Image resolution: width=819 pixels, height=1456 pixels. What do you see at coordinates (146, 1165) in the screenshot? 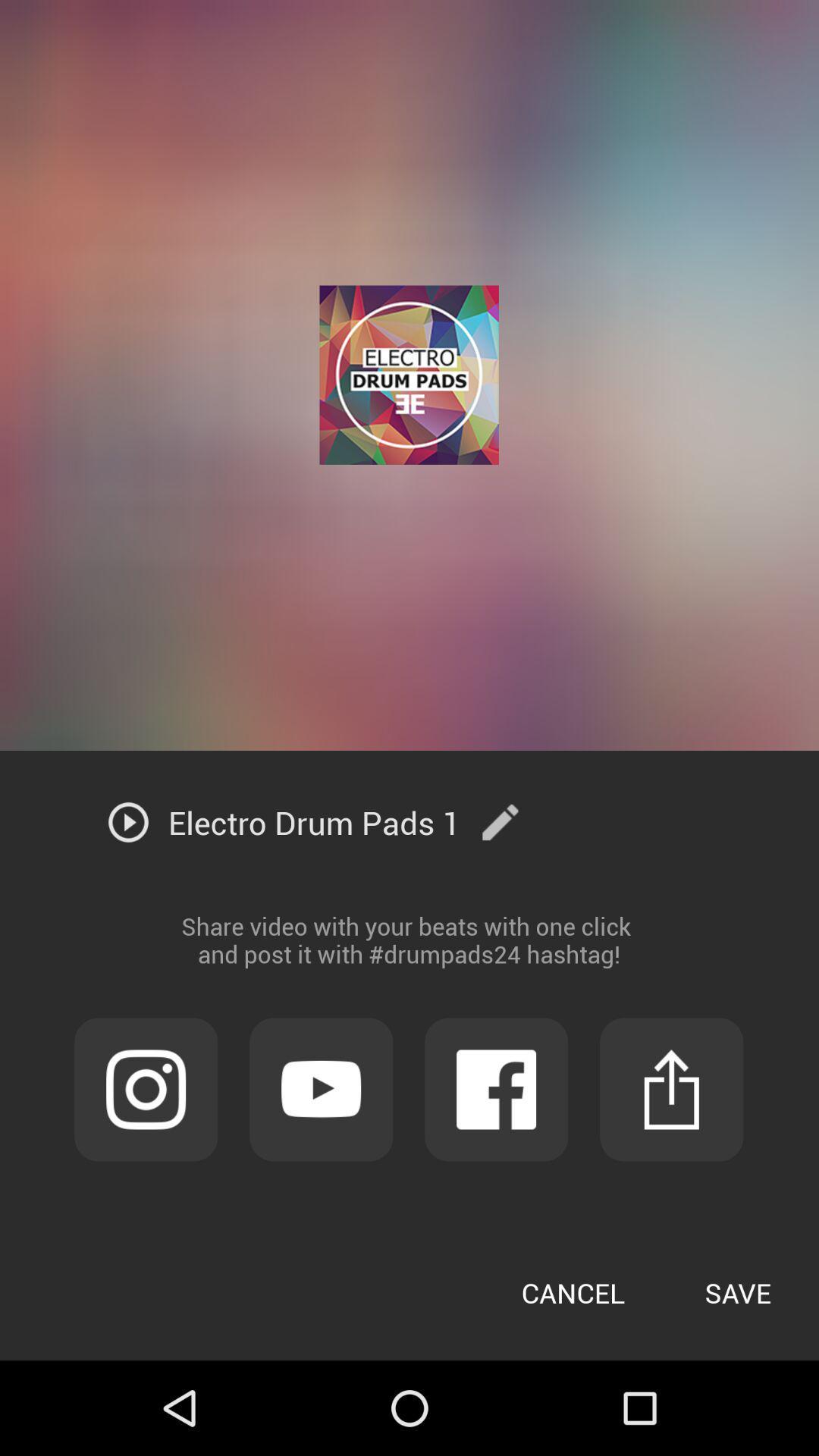
I see `the photo icon` at bounding box center [146, 1165].